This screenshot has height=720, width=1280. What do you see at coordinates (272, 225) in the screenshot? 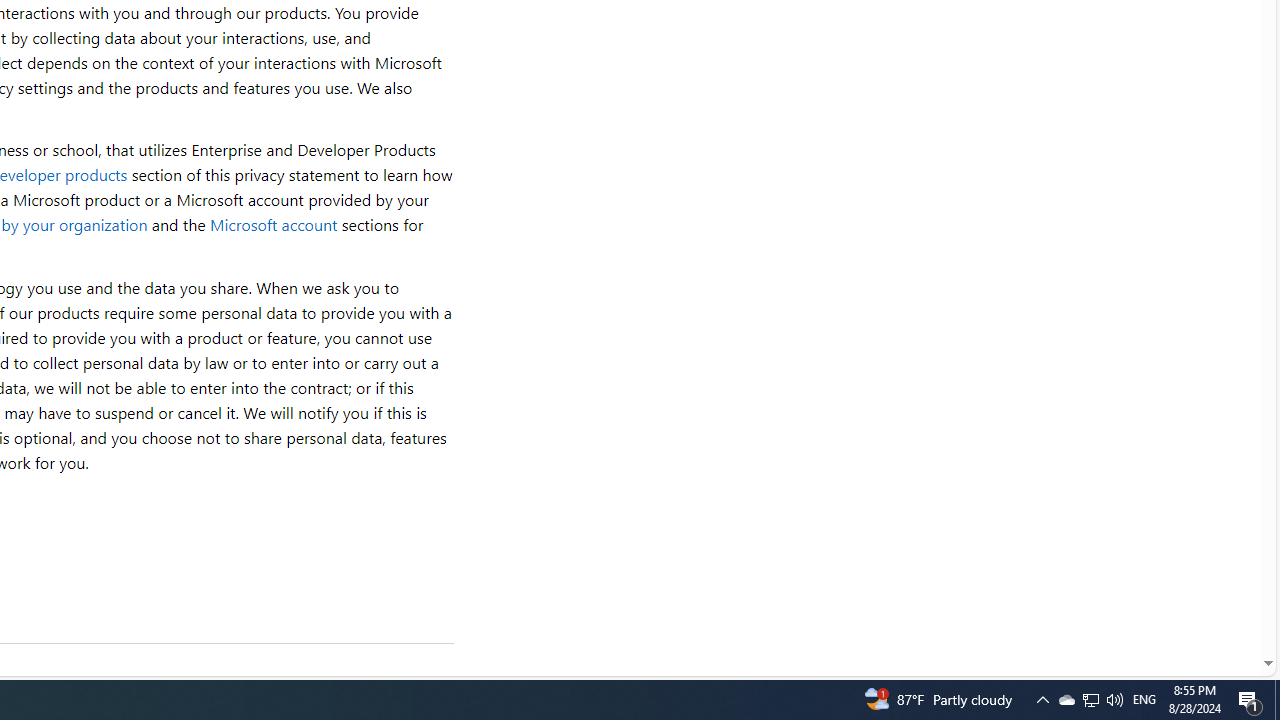
I see `'Microsoft account'` at bounding box center [272, 225].